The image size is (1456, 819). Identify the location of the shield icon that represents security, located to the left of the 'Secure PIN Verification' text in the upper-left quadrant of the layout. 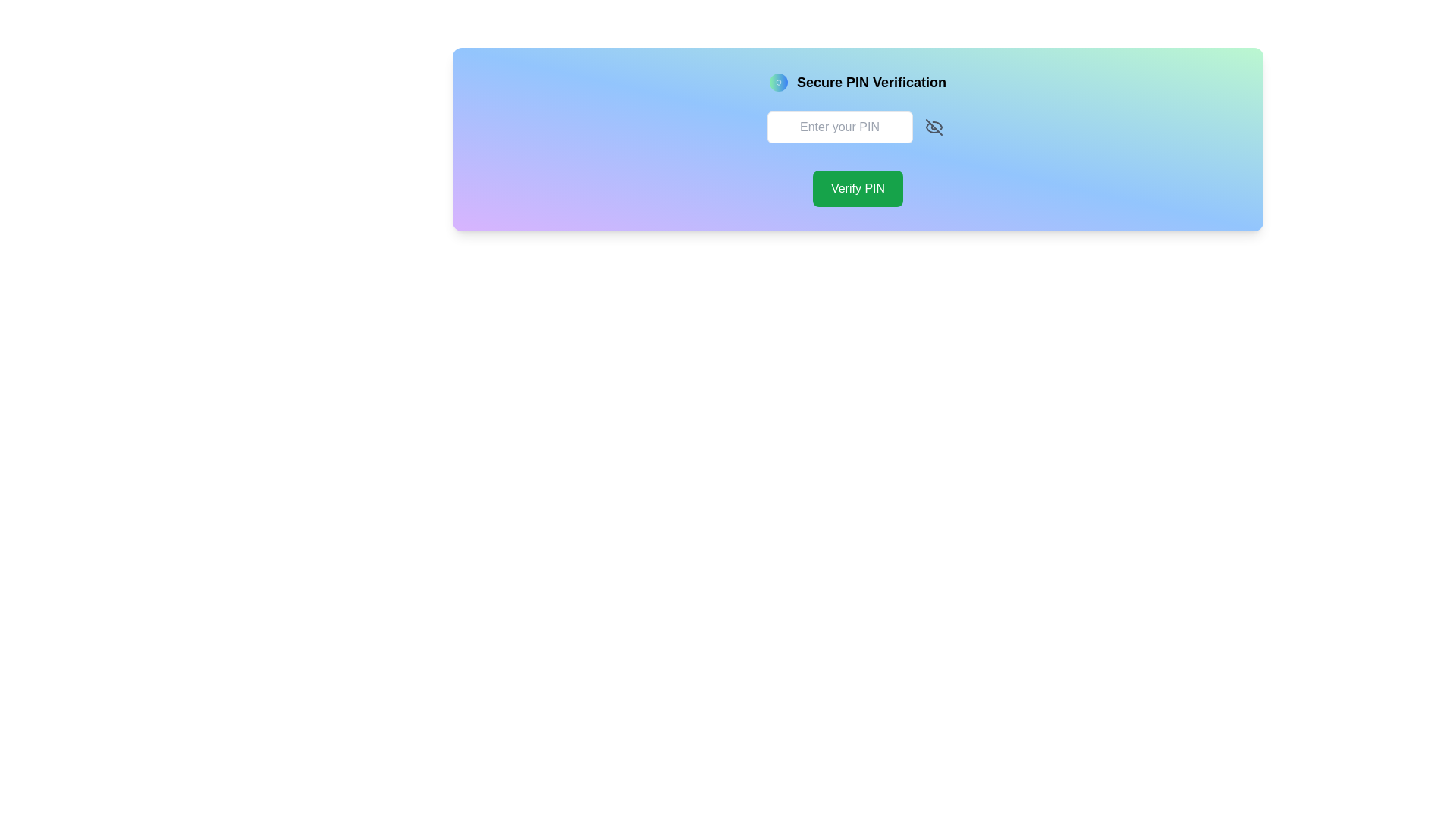
(779, 82).